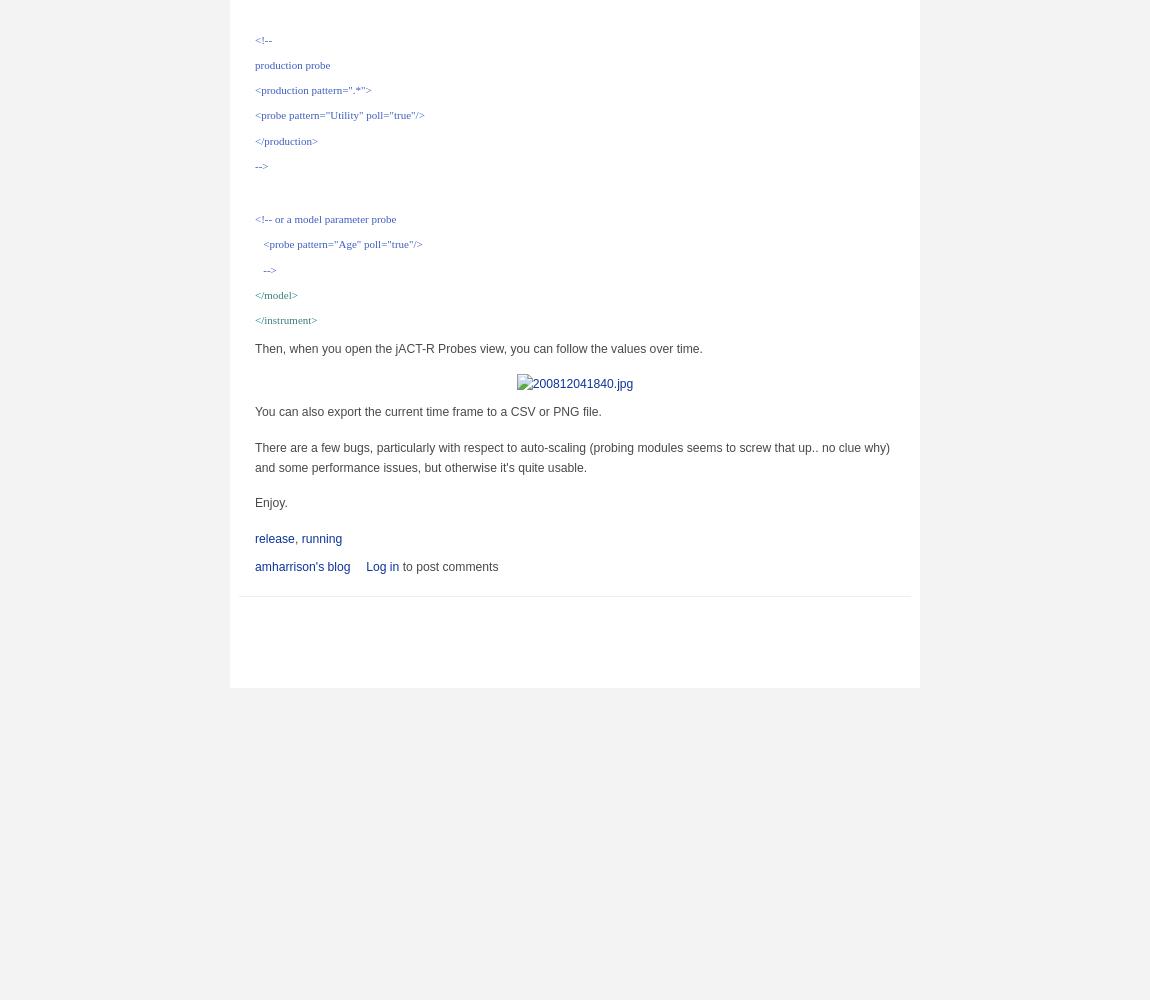  Describe the element at coordinates (285, 140) in the screenshot. I see `'</production>'` at that location.